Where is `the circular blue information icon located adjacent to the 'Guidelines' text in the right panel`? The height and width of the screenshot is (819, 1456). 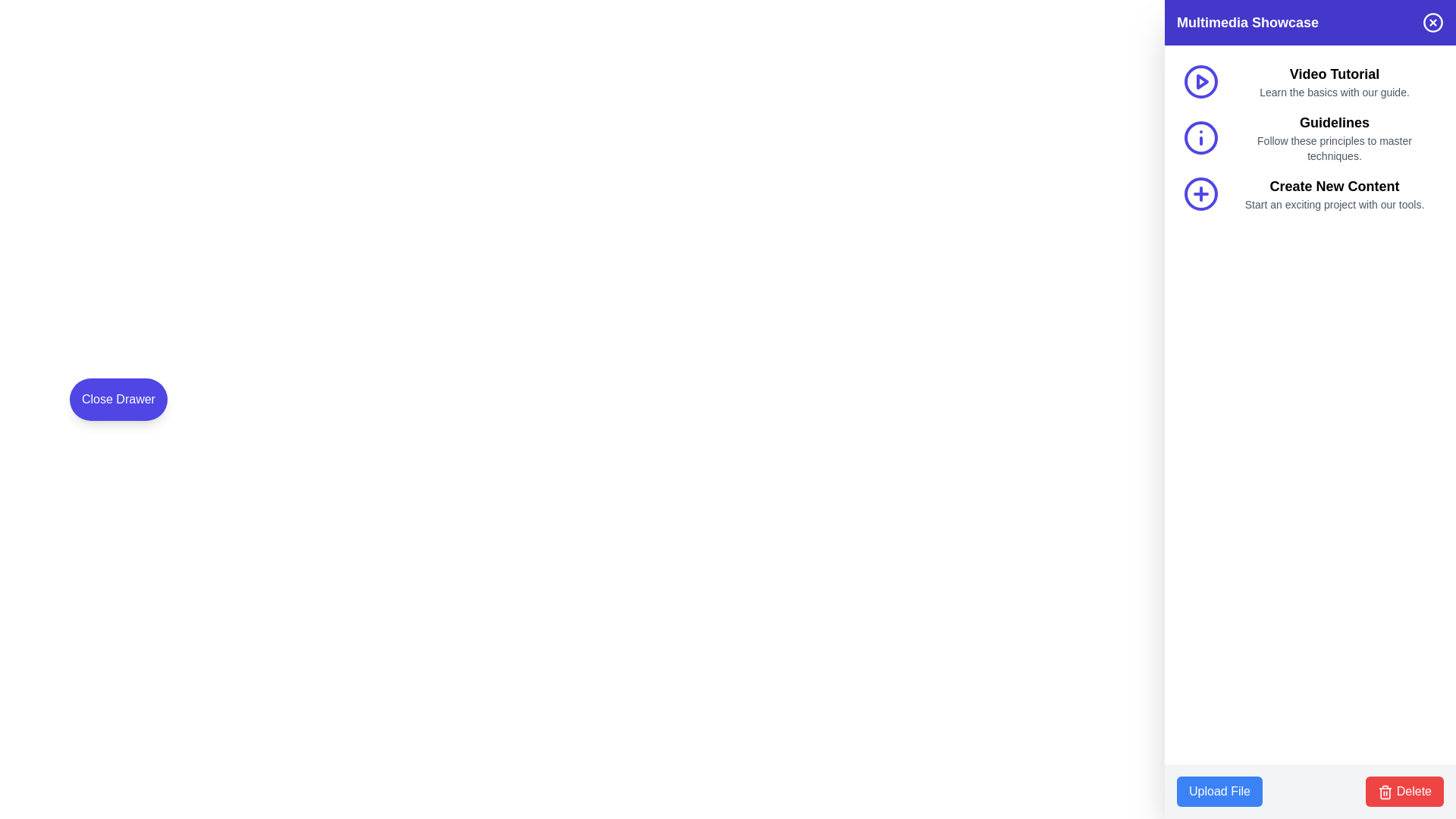 the circular blue information icon located adjacent to the 'Guidelines' text in the right panel is located at coordinates (1200, 137).